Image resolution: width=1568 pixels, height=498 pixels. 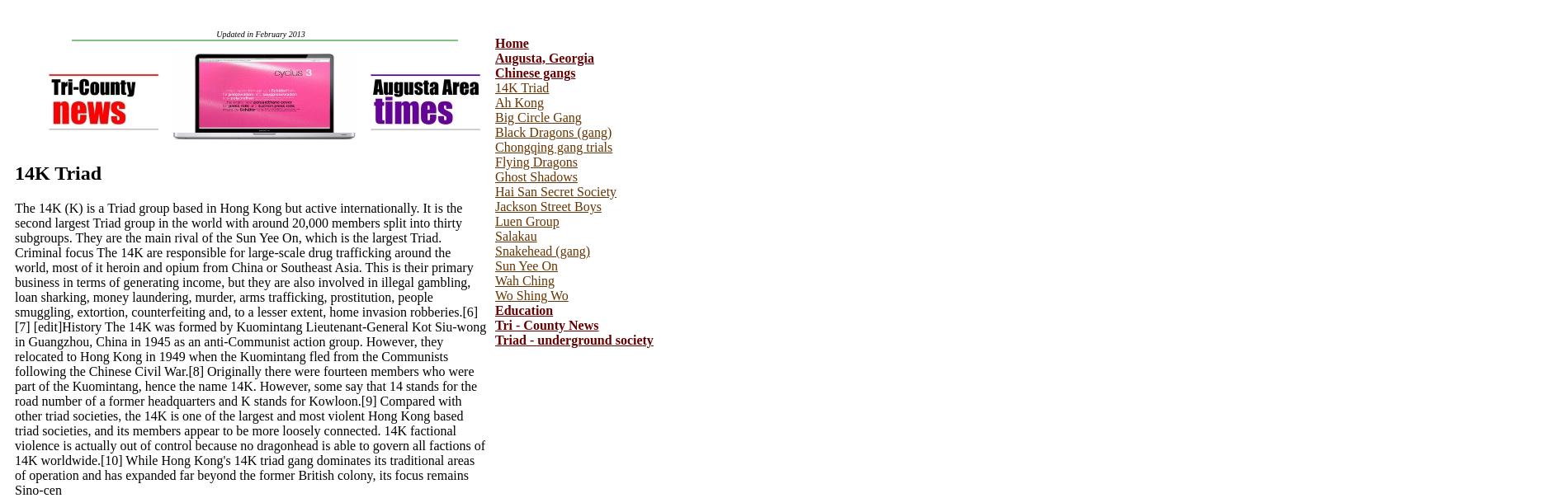 I want to click on 'Chinese gangs', so click(x=535, y=72).